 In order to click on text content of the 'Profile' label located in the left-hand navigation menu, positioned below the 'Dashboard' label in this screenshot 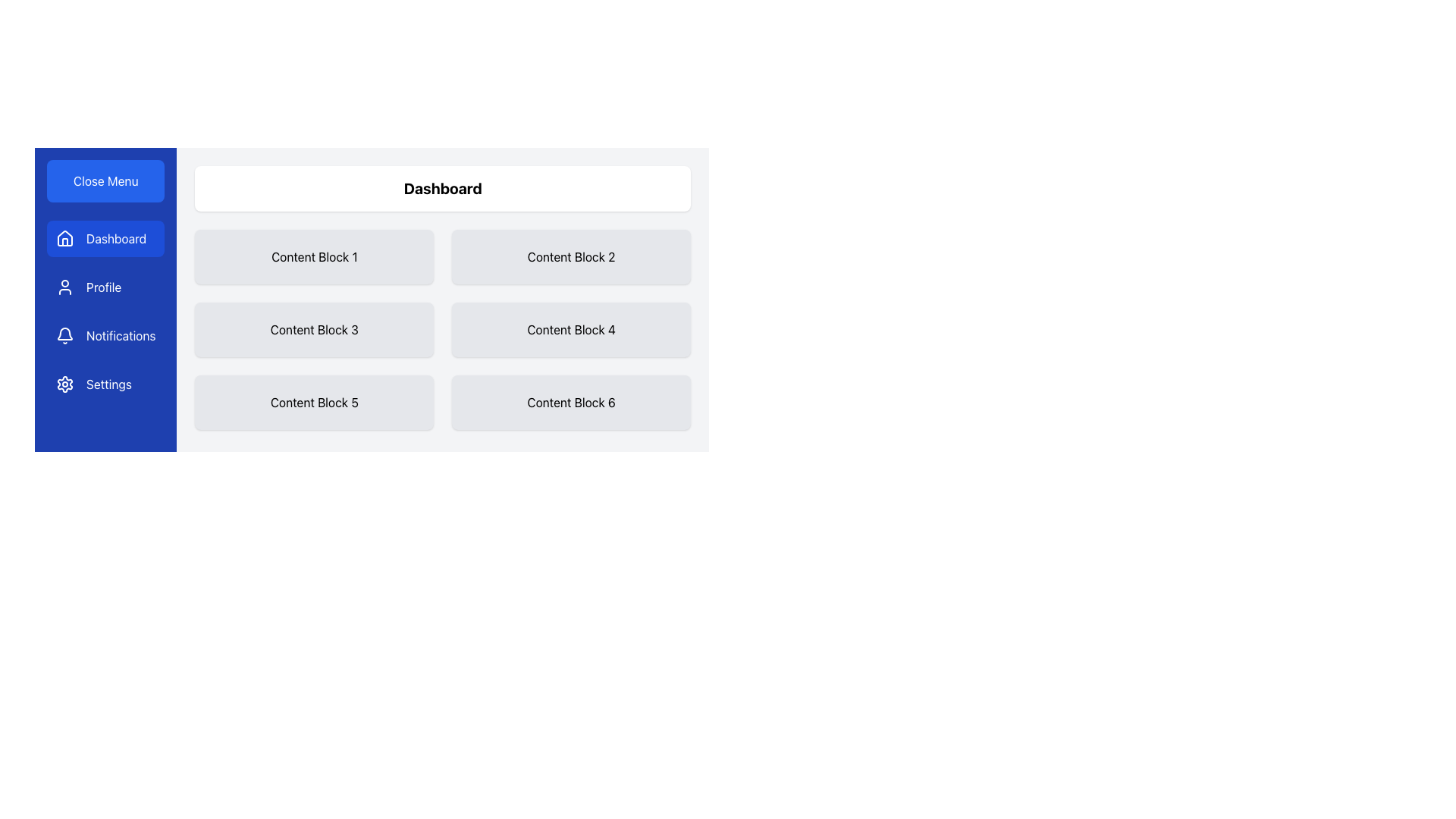, I will do `click(103, 287)`.